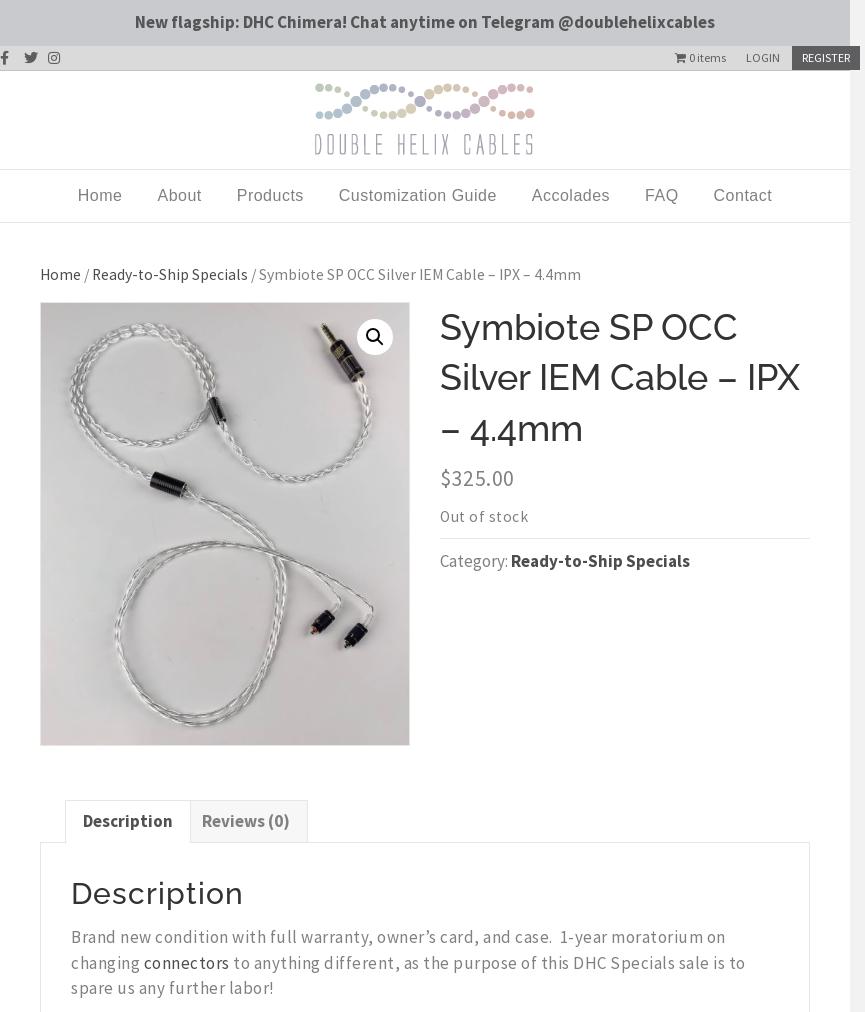  Describe the element at coordinates (824, 55) in the screenshot. I see `'REGISTER'` at that location.